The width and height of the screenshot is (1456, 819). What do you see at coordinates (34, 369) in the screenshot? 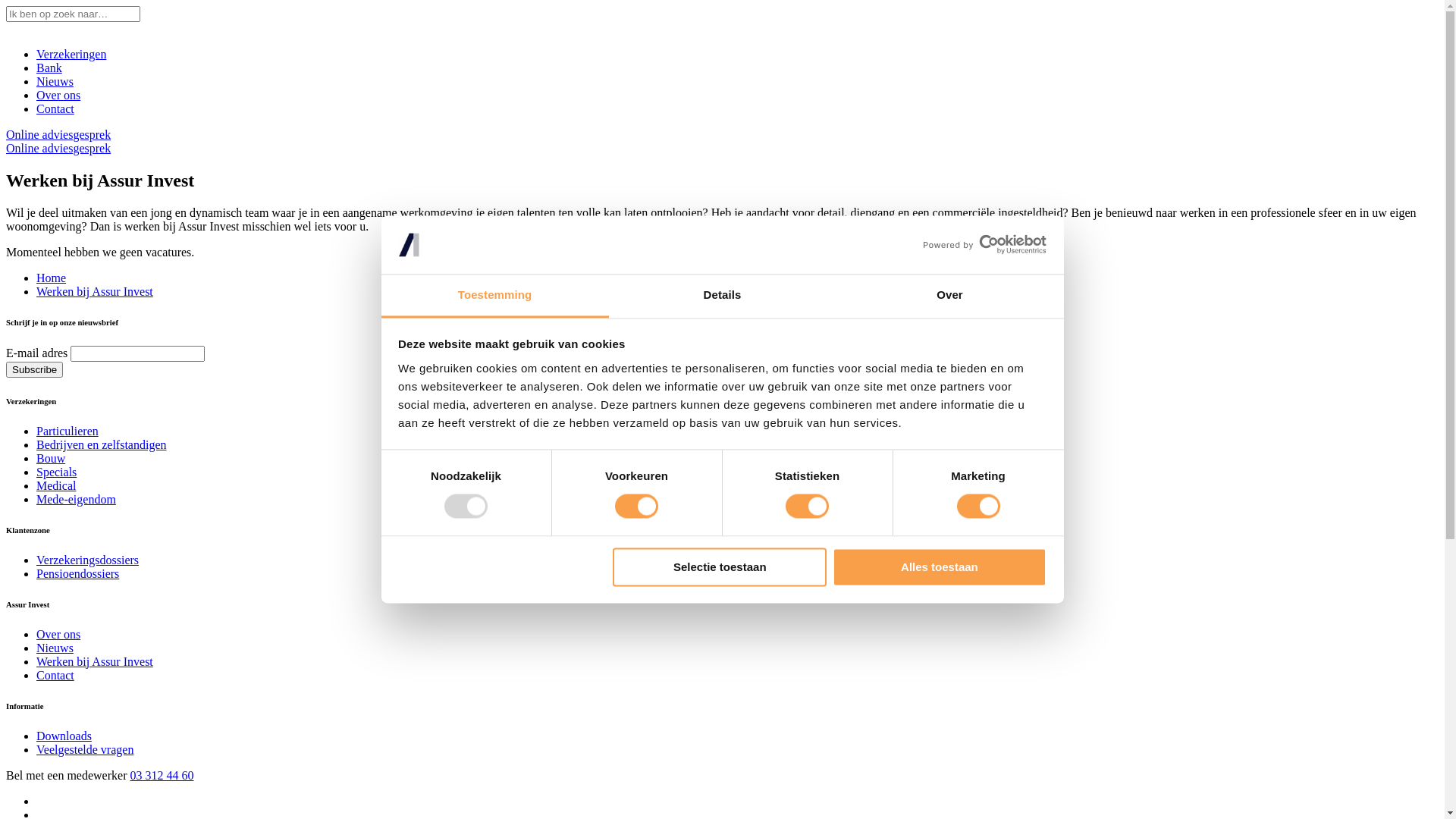
I see `'Subscribe'` at bounding box center [34, 369].